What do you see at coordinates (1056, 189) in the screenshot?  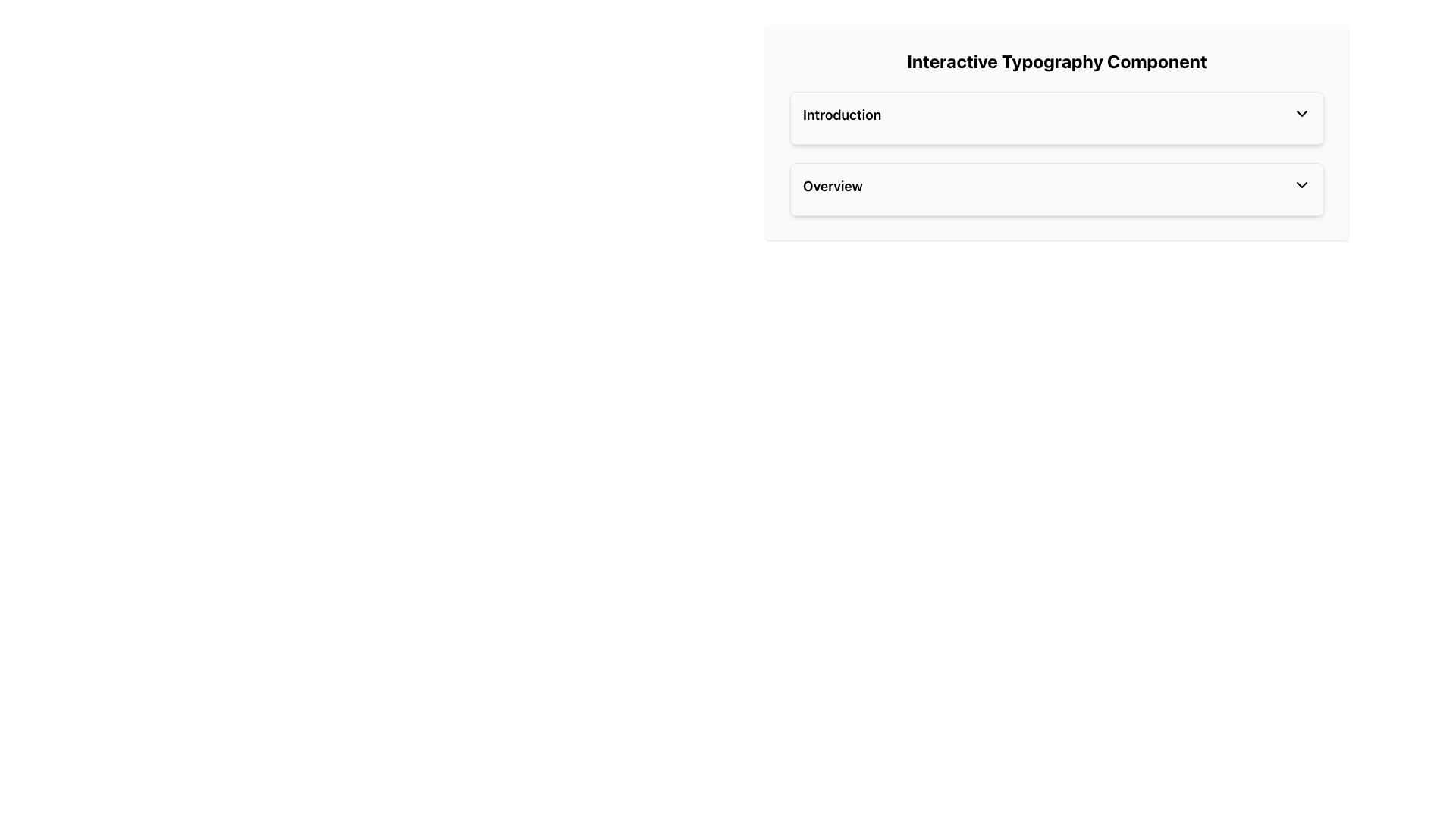 I see `the Dropdown Toggle labeled 'Overview'` at bounding box center [1056, 189].